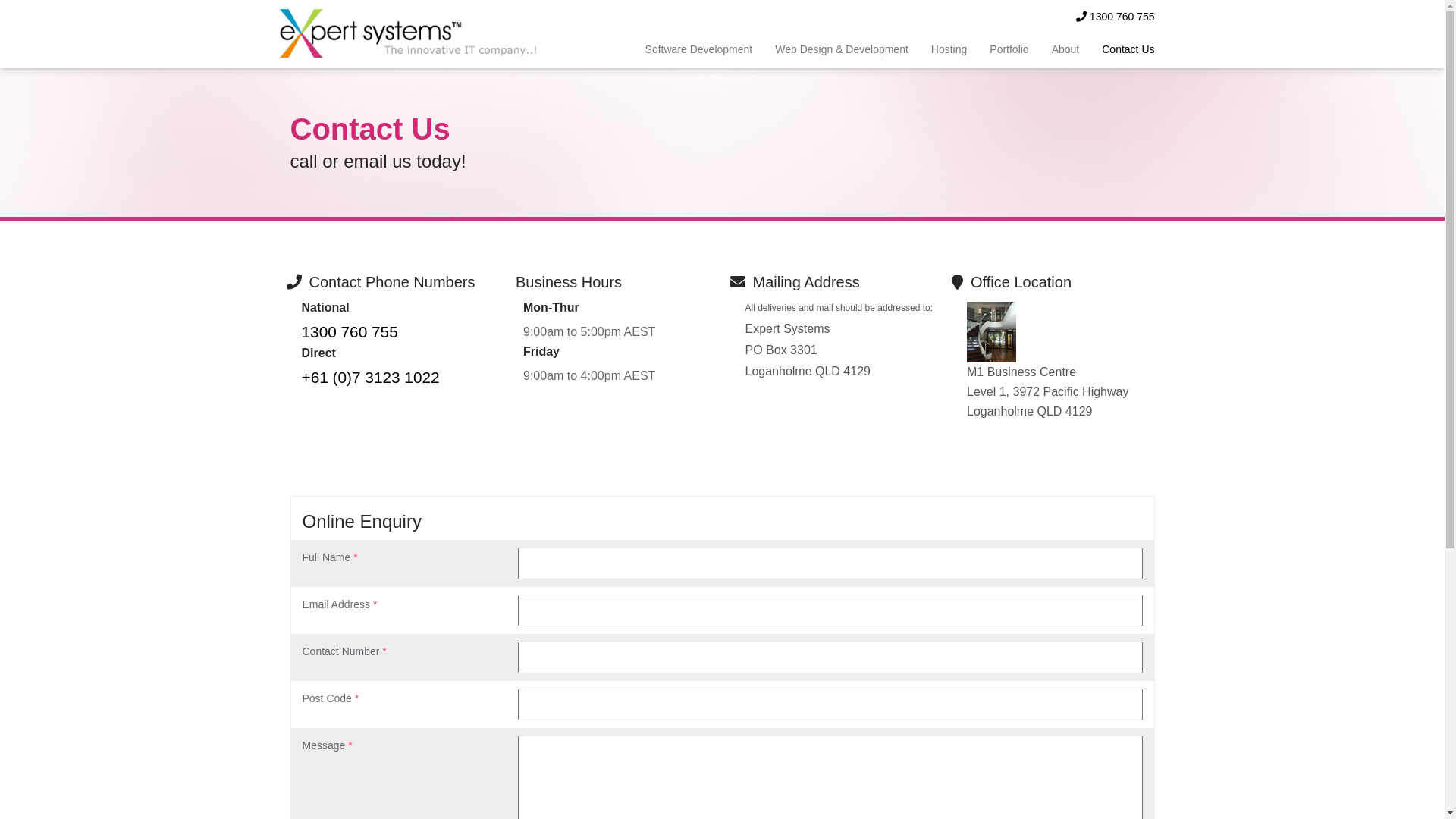  Describe the element at coordinates (1090, 49) in the screenshot. I see `'Contact Us'` at that location.